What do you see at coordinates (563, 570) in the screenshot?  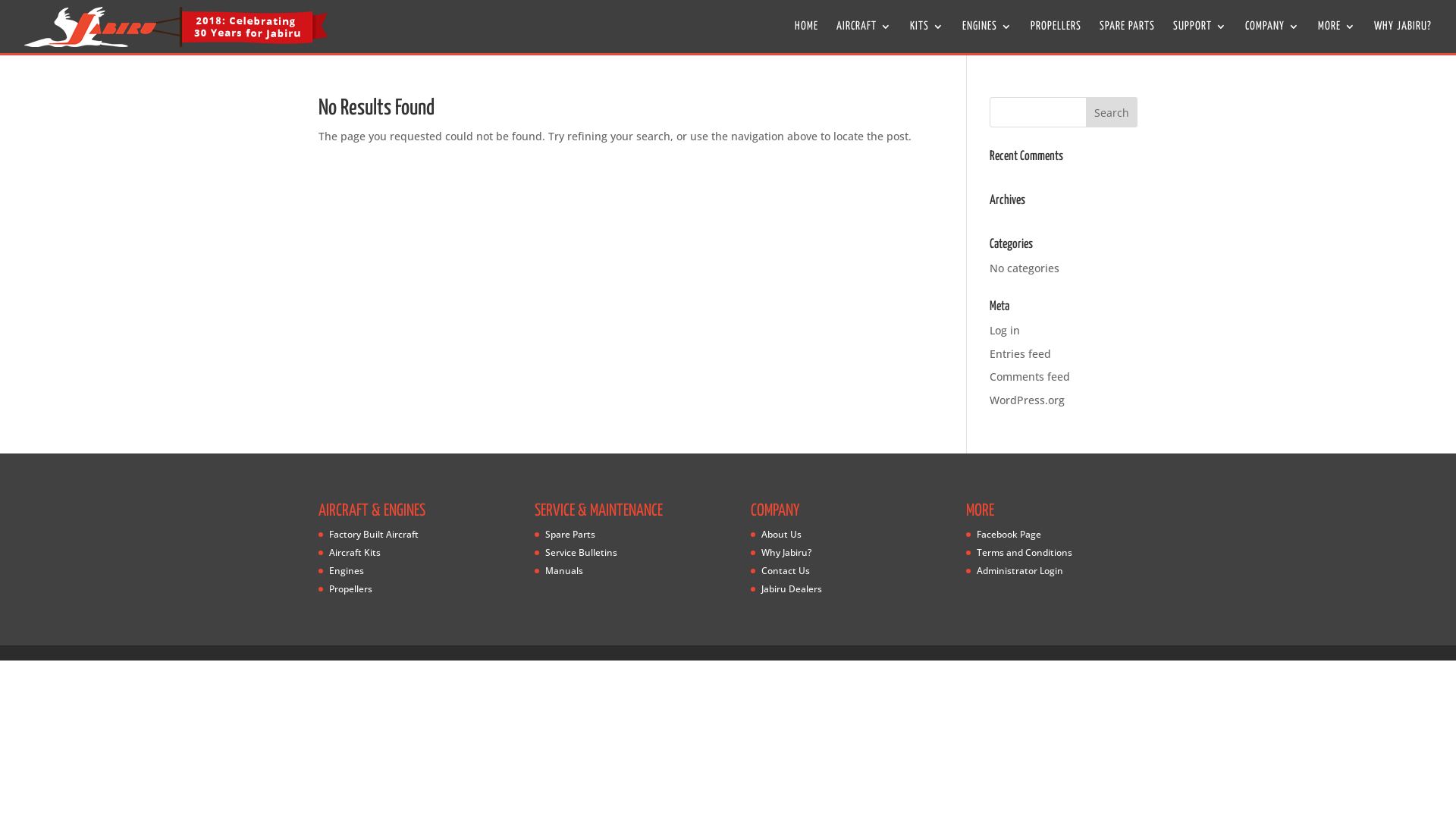 I see `'Manuals'` at bounding box center [563, 570].